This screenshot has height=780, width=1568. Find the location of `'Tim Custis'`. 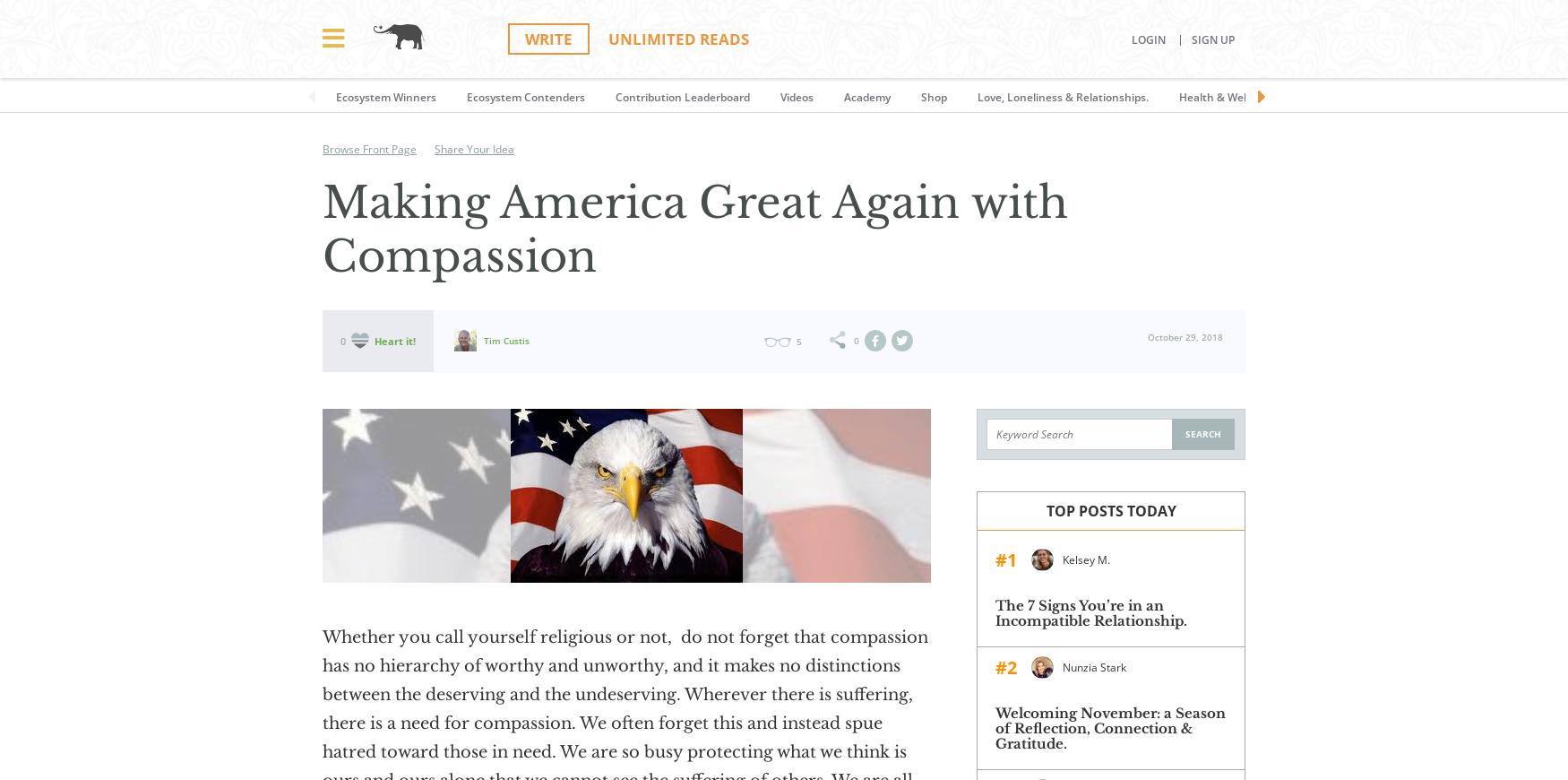

'Tim Custis' is located at coordinates (506, 341).